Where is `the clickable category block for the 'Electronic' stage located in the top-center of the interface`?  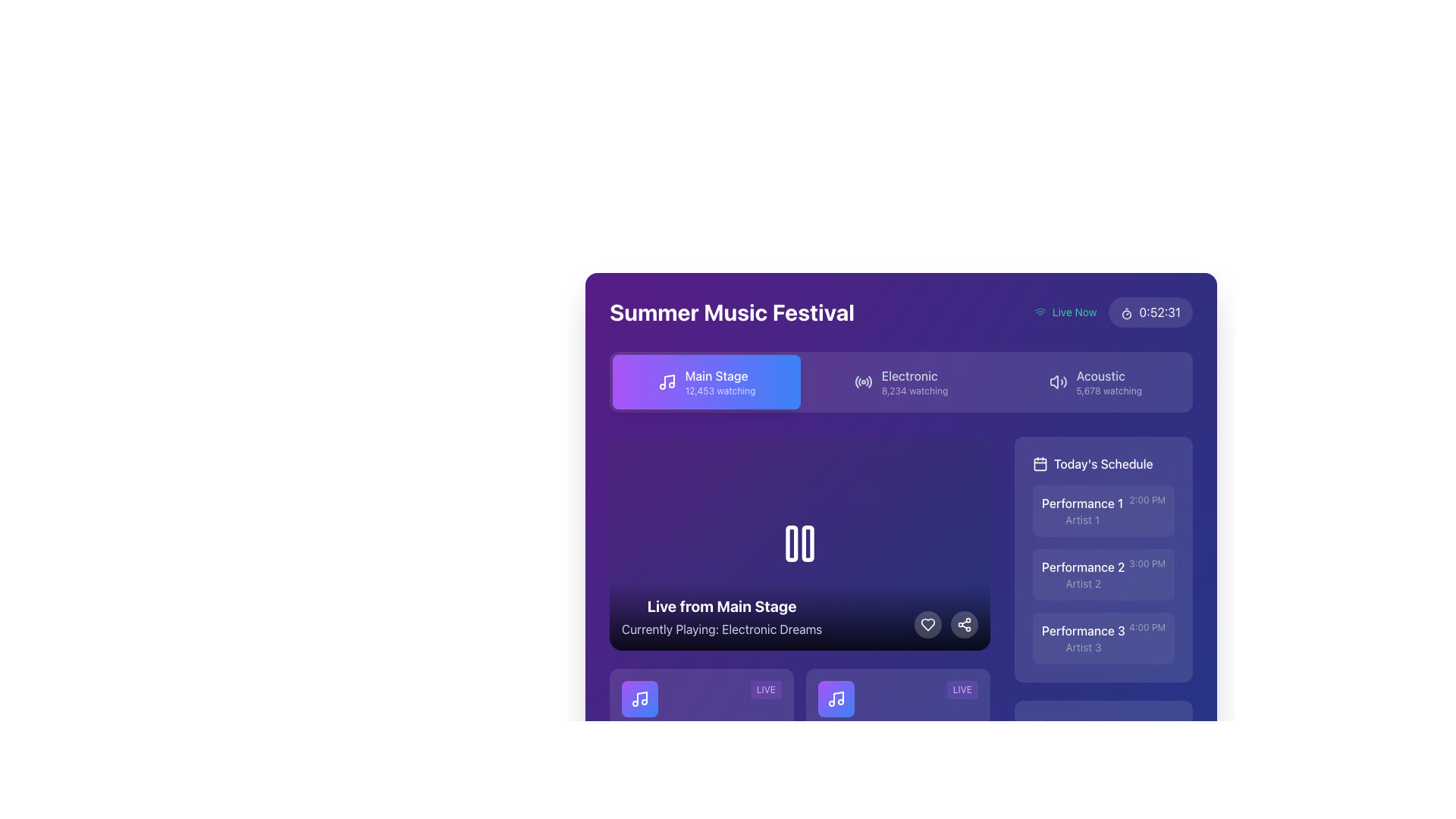
the clickable category block for the 'Electronic' stage located in the top-center of the interface is located at coordinates (914, 381).